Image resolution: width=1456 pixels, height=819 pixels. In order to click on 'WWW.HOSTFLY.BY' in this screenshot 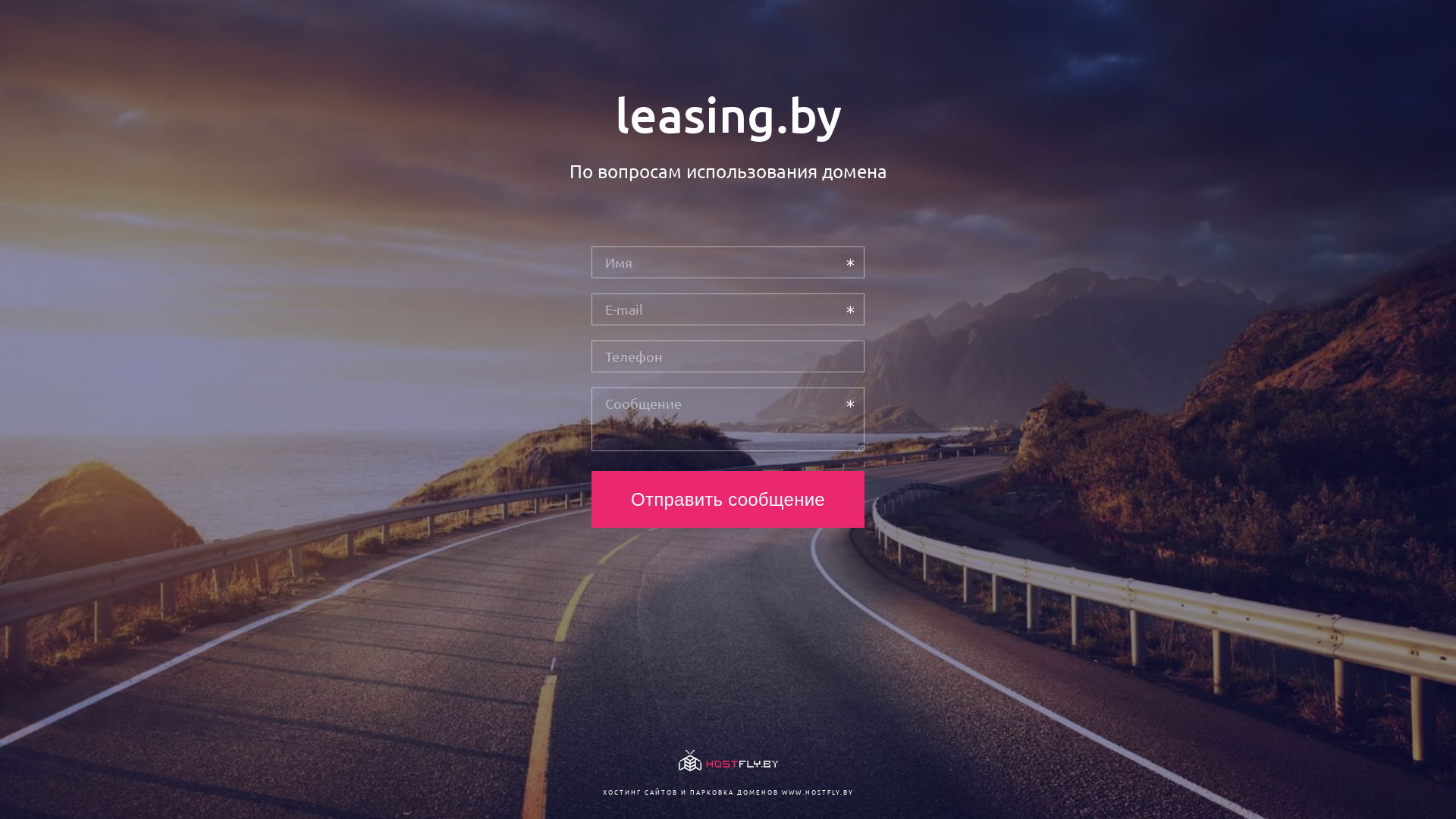, I will do `click(816, 791)`.